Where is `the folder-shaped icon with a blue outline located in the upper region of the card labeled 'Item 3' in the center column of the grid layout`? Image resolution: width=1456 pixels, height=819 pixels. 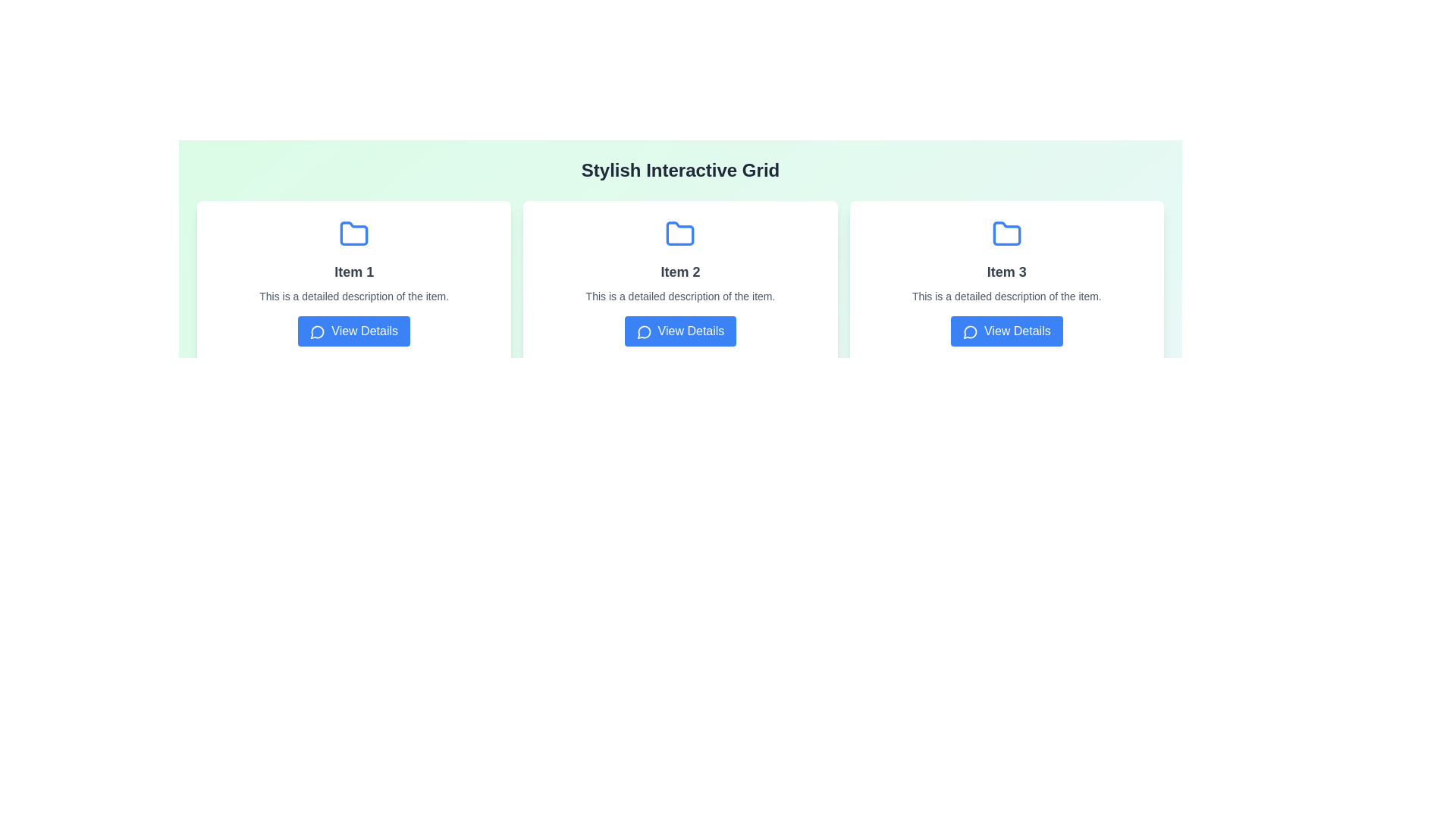 the folder-shaped icon with a blue outline located in the upper region of the card labeled 'Item 3' in the center column of the grid layout is located at coordinates (1006, 234).